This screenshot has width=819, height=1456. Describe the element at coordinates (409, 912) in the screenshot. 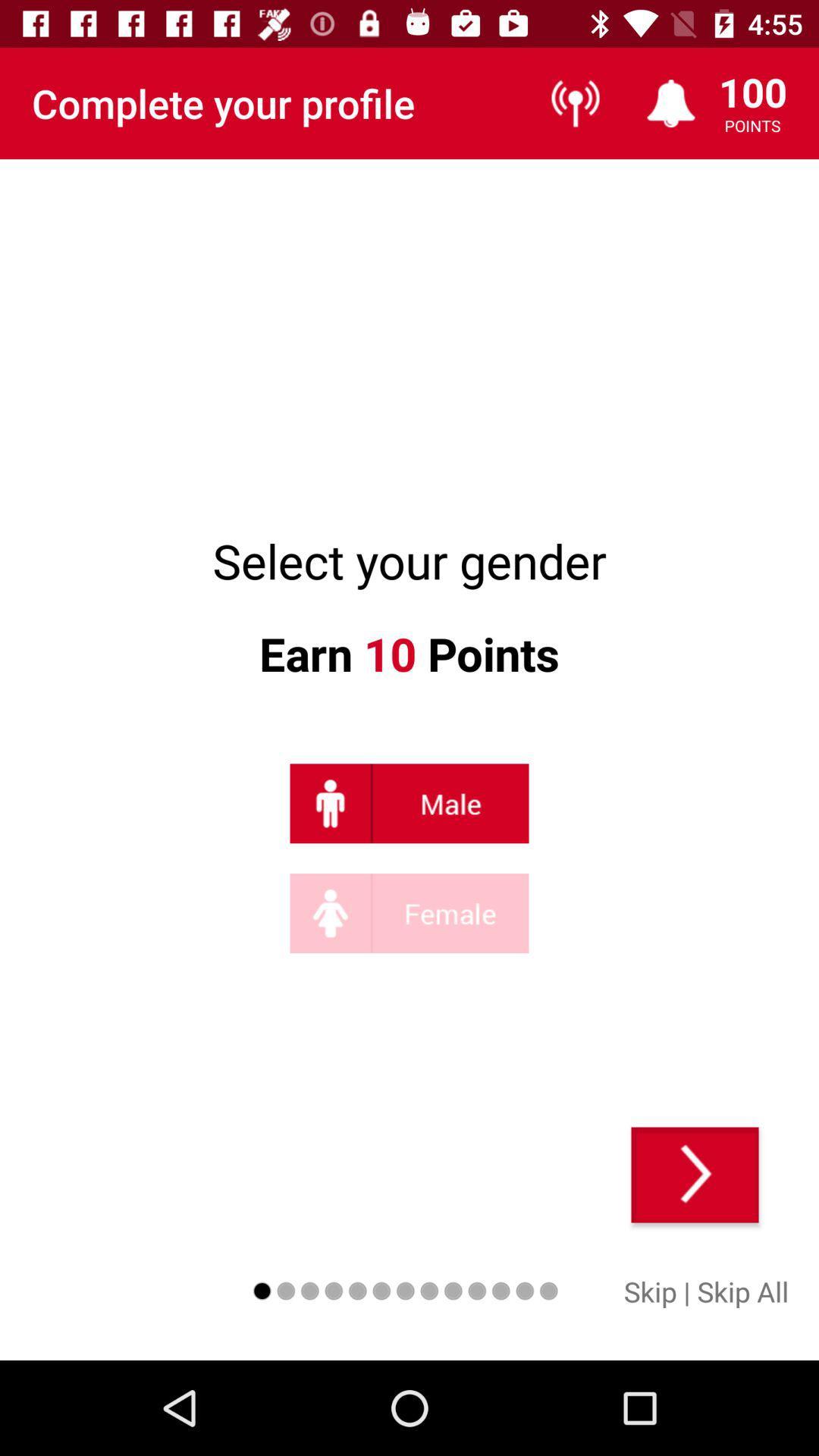

I see `female as gender` at that location.